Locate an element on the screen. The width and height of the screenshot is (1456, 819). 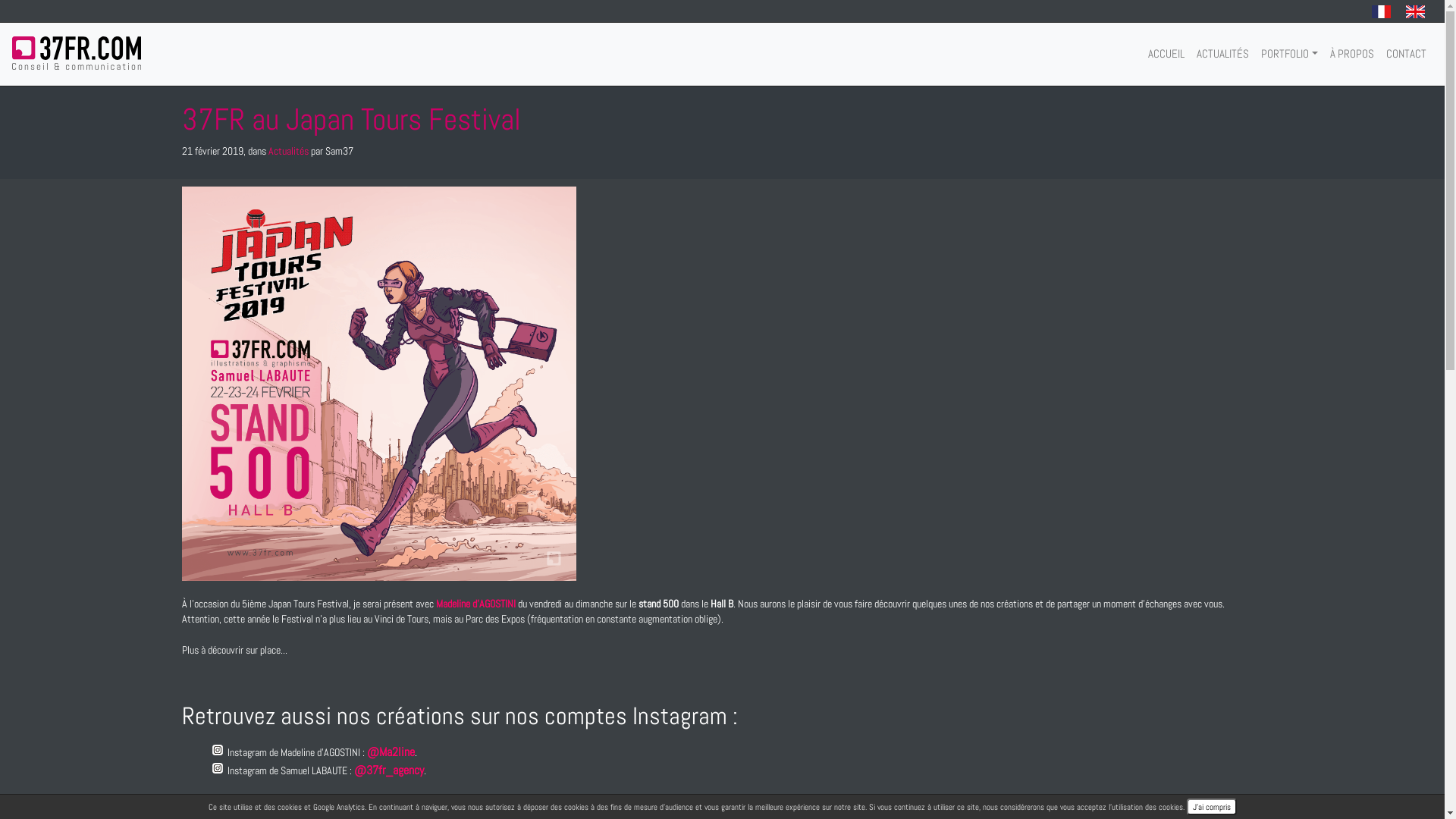
'@Ma2line' is located at coordinates (391, 752).